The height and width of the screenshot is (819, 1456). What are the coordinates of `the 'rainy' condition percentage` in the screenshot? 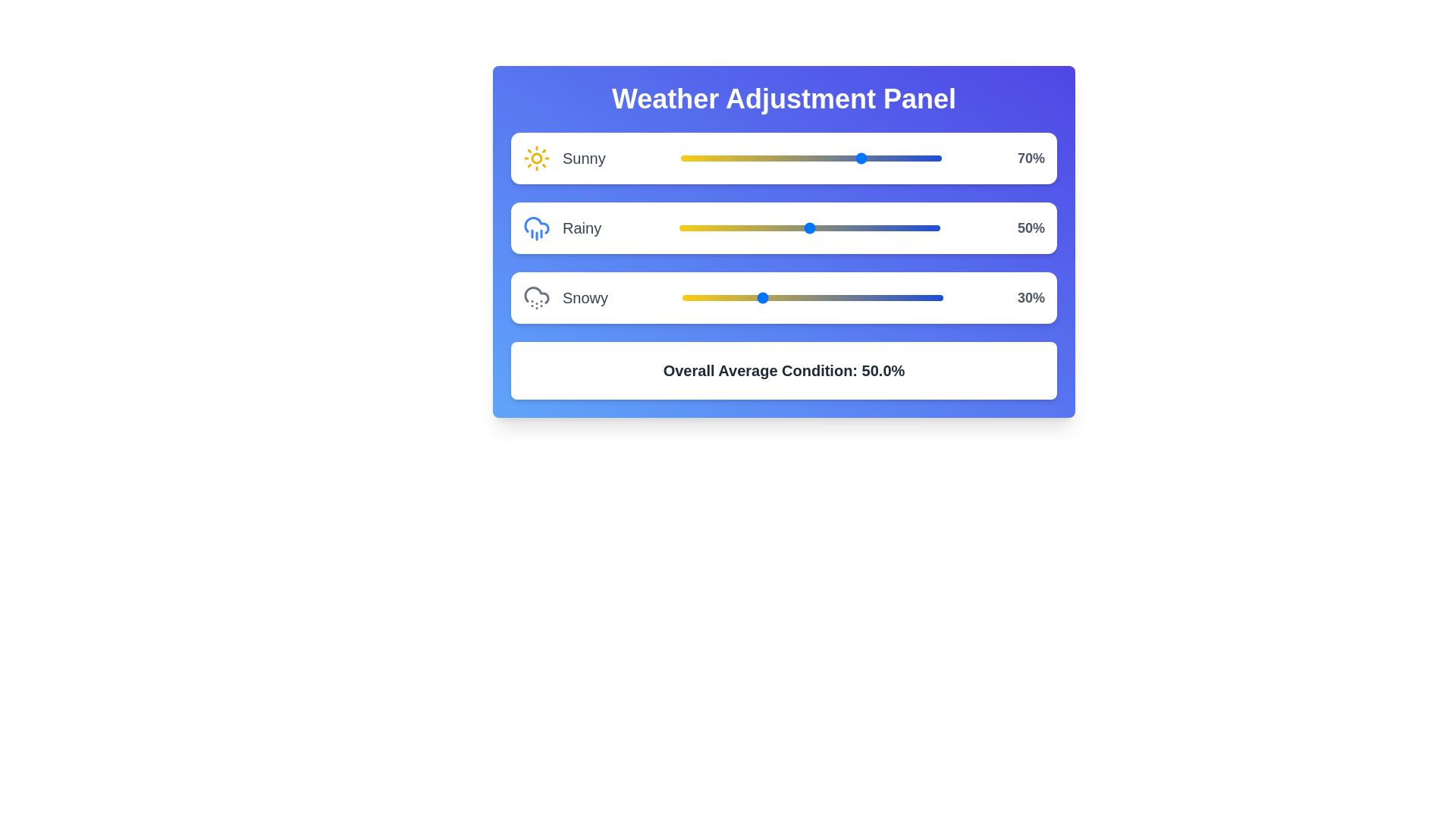 It's located at (775, 227).